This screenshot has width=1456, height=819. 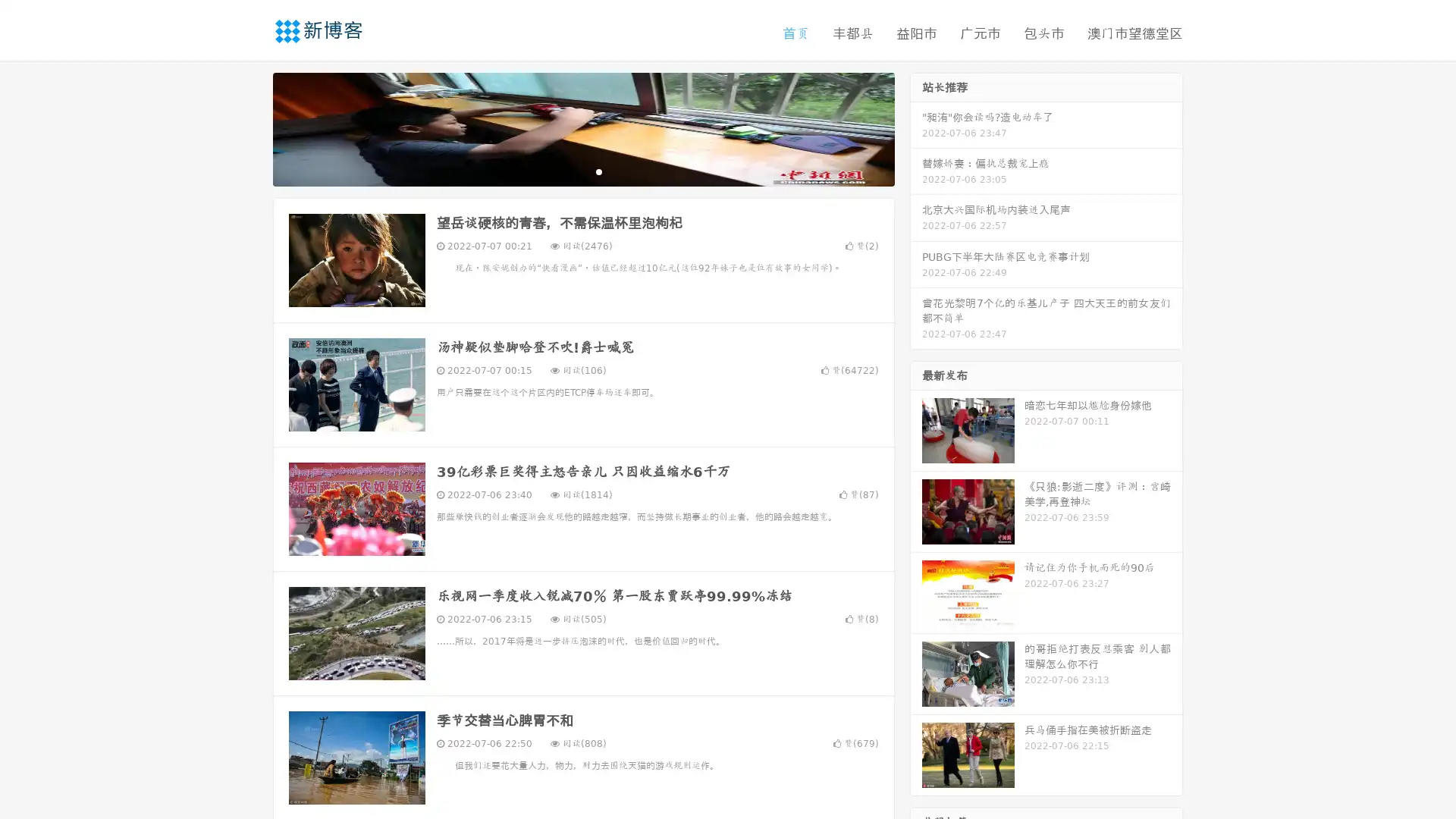 I want to click on Next slide, so click(x=916, y=127).